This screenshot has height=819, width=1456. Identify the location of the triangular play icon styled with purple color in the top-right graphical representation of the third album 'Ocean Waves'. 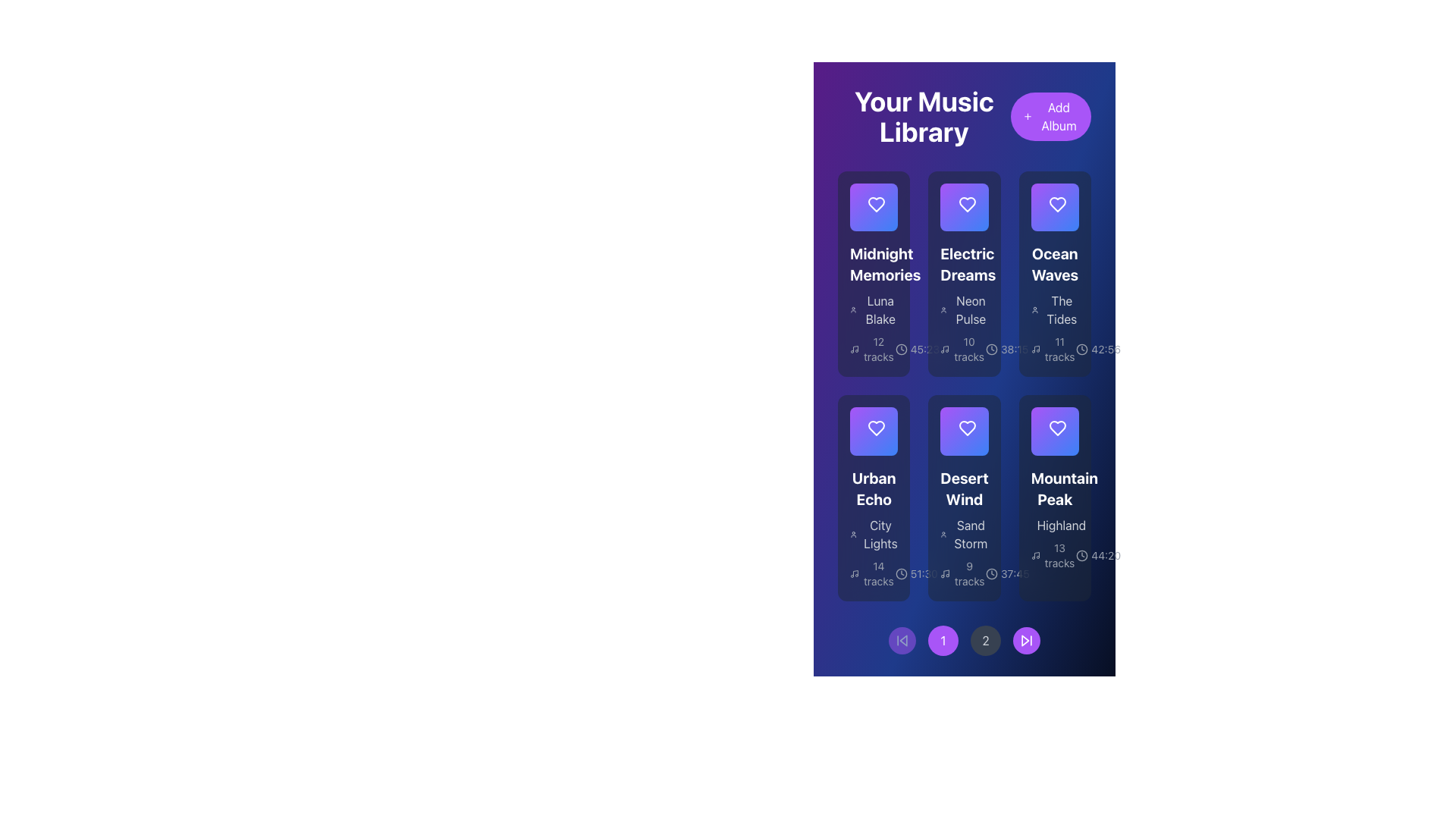
(1054, 207).